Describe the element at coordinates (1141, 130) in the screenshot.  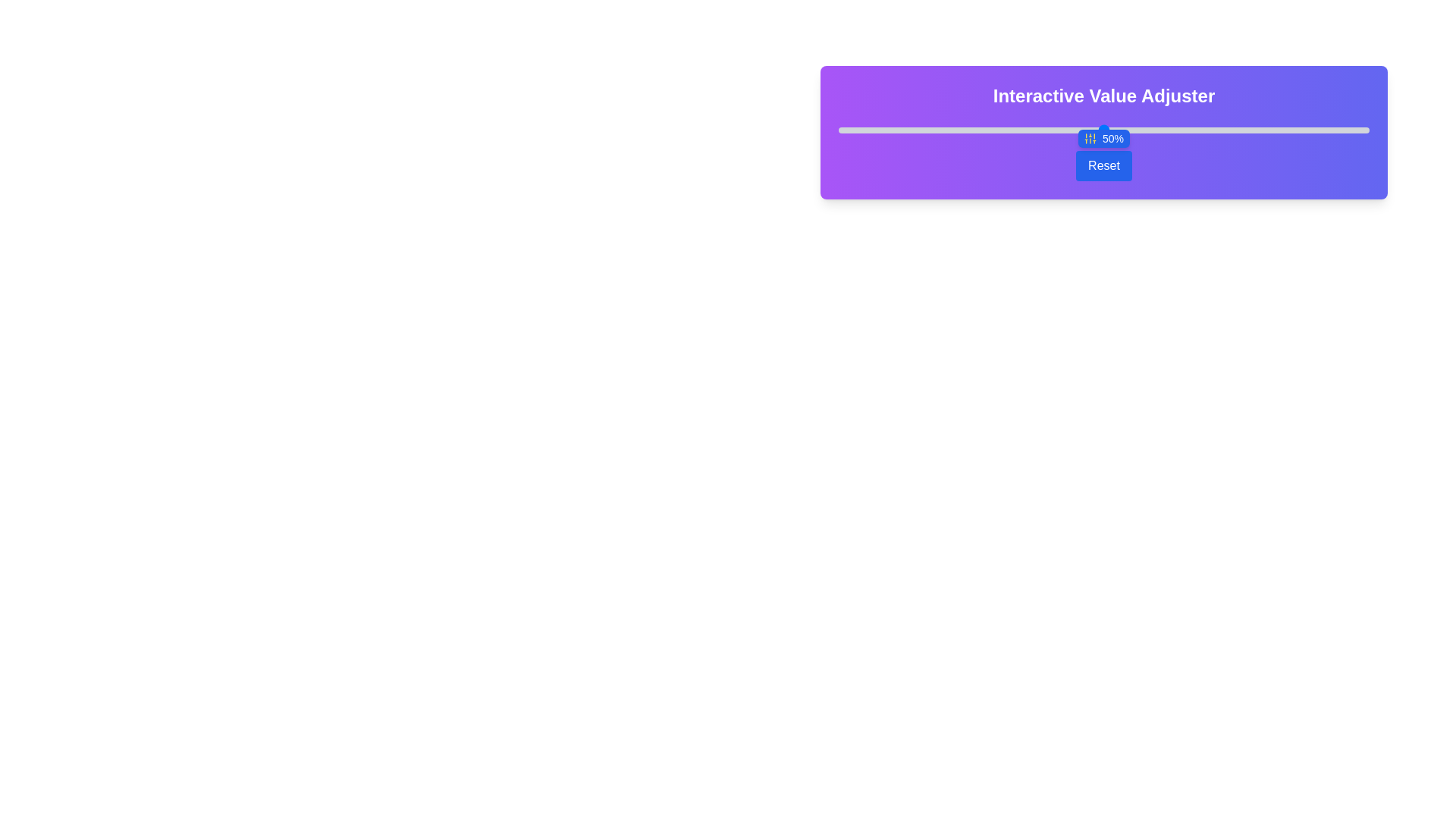
I see `the slider value` at that location.